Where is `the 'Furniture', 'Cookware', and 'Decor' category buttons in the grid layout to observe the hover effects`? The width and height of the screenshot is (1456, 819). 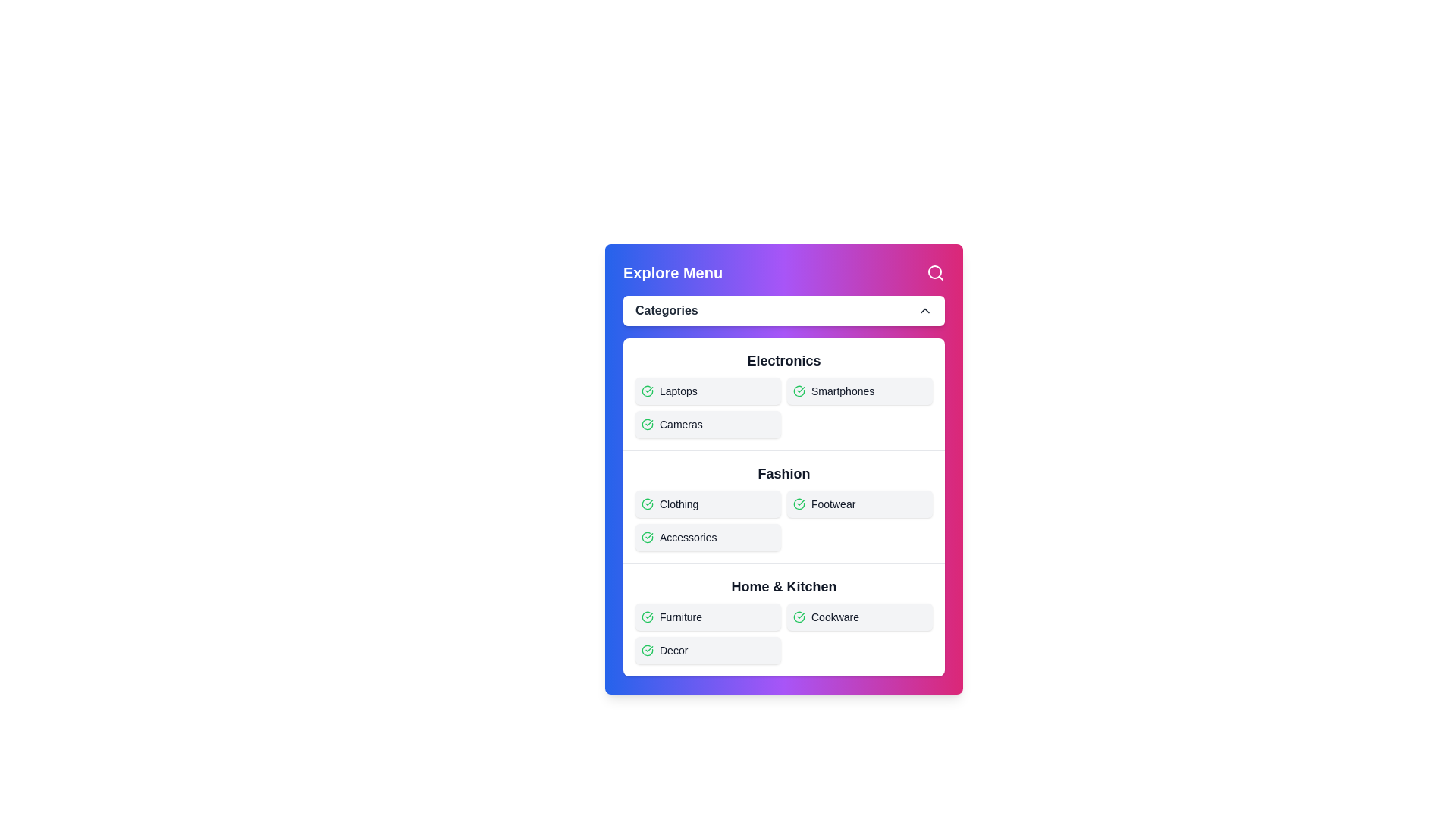 the 'Furniture', 'Cookware', and 'Decor' category buttons in the grid layout to observe the hover effects is located at coordinates (783, 634).